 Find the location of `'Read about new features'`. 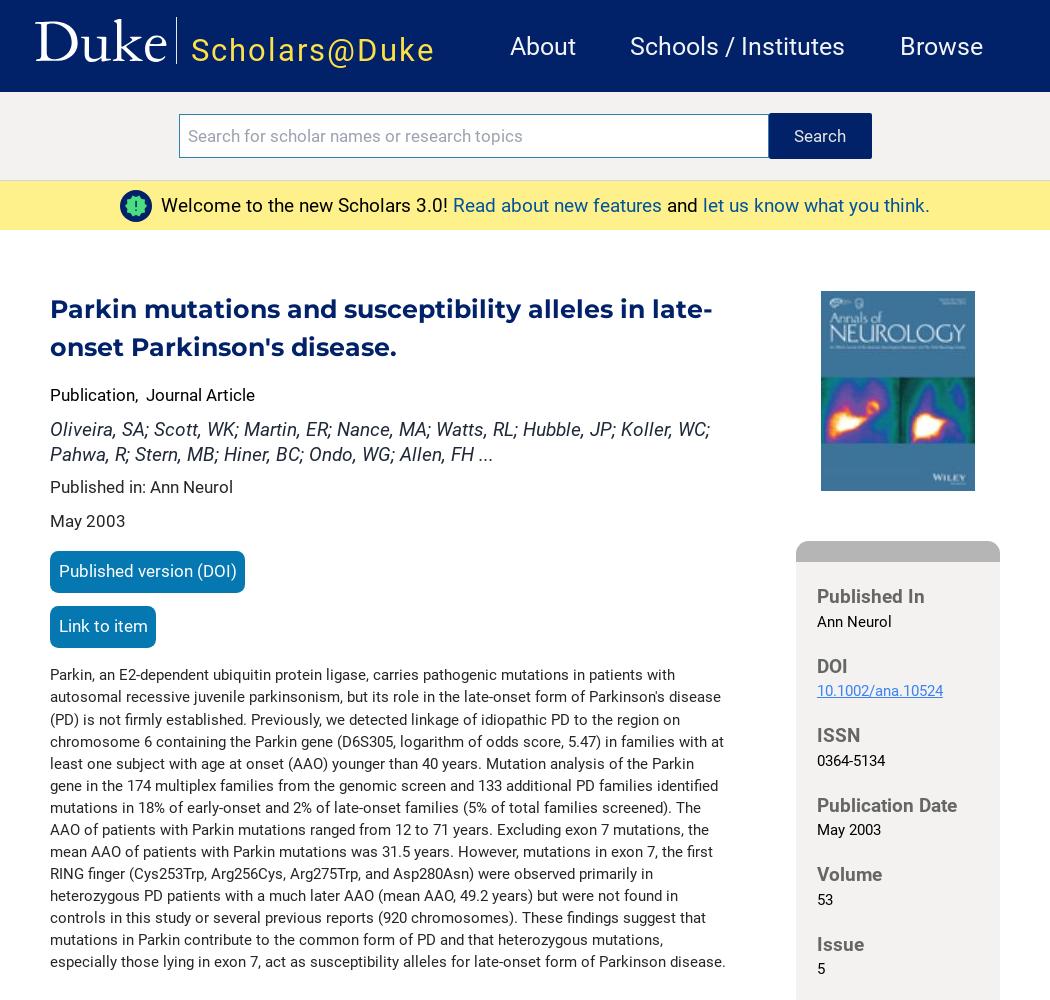

'Read about new features' is located at coordinates (559, 203).